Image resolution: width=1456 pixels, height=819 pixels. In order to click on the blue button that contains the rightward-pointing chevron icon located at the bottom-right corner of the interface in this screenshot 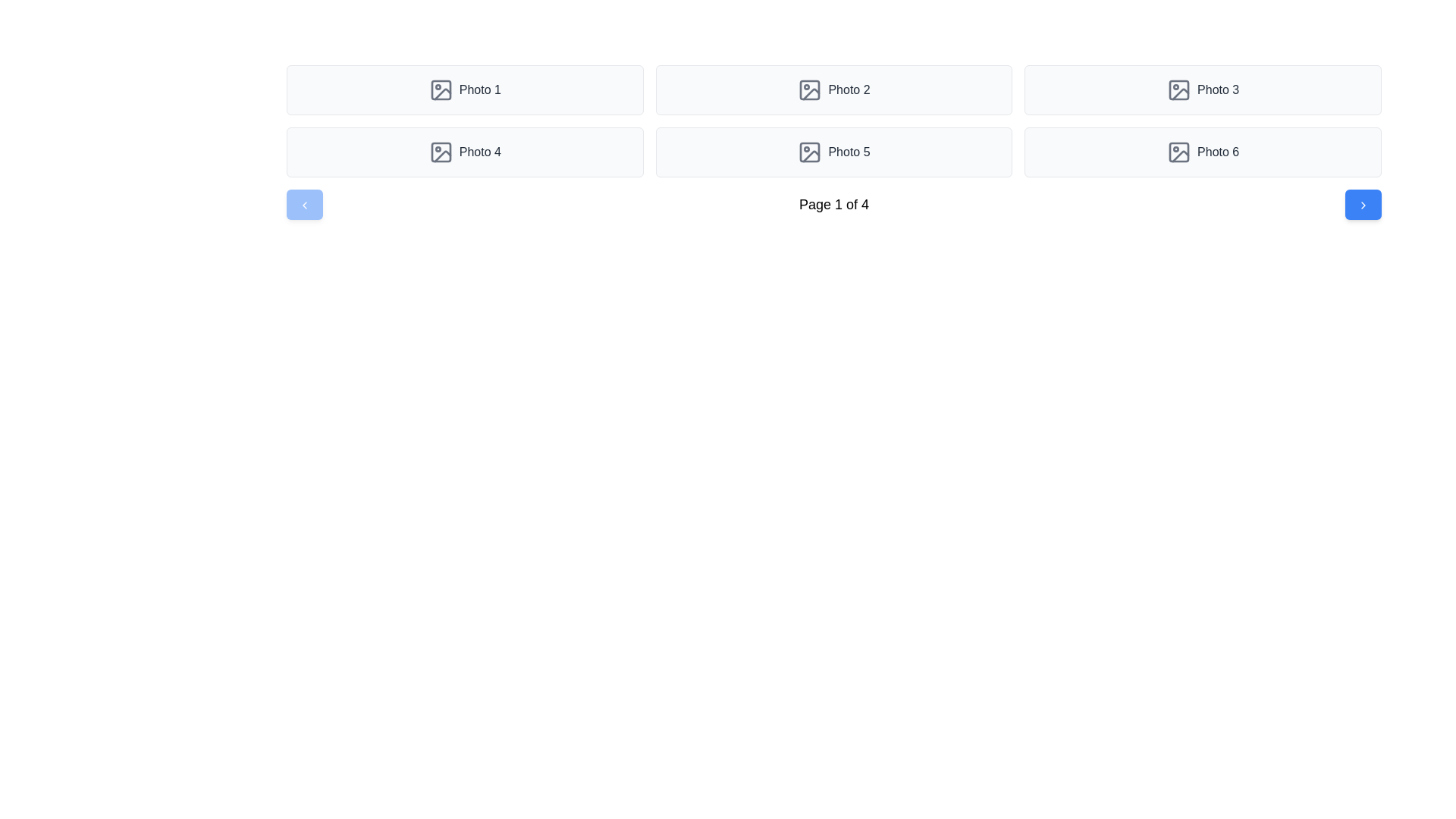, I will do `click(1363, 205)`.